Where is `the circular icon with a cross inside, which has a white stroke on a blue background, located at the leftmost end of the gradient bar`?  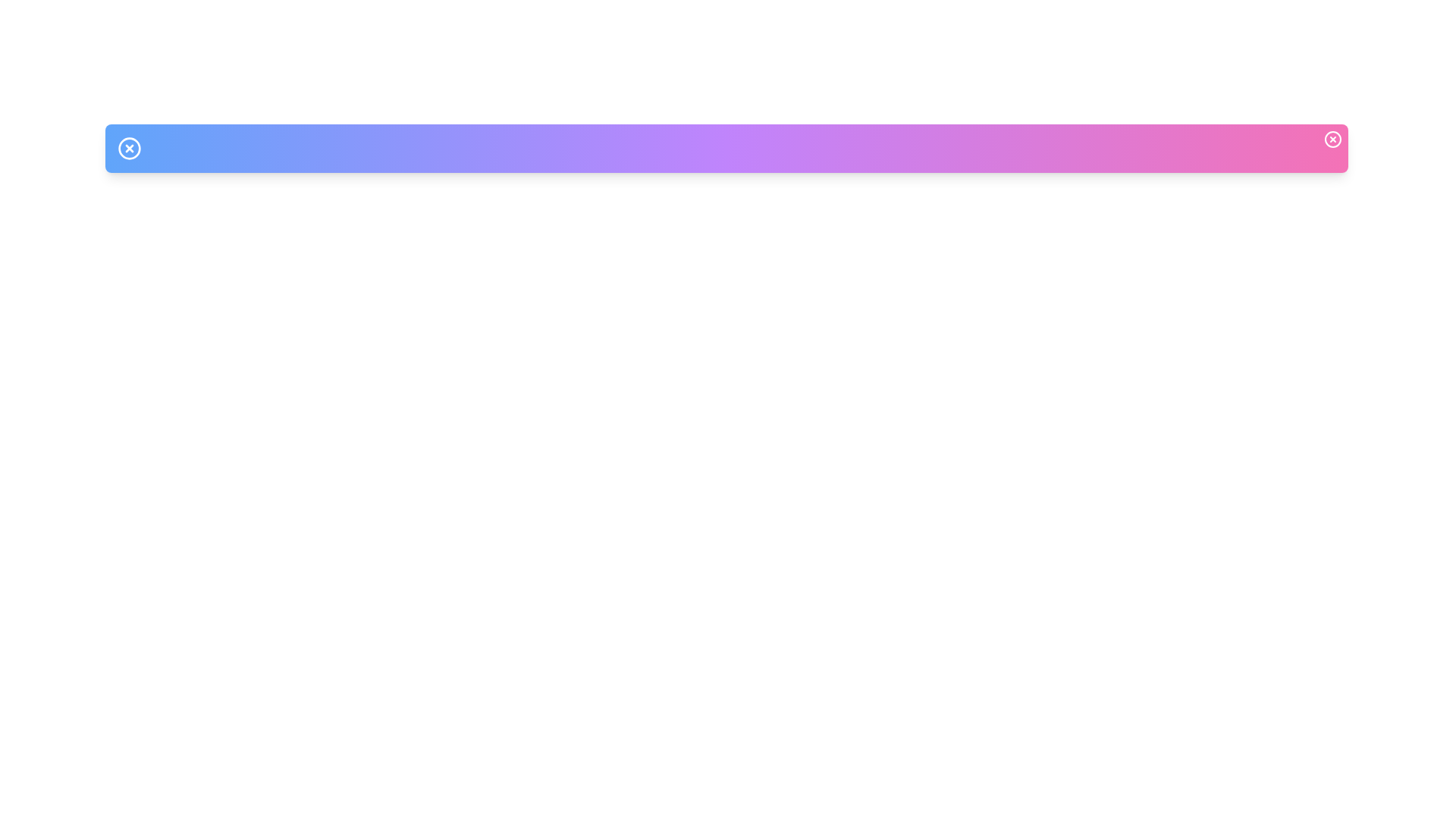 the circular icon with a cross inside, which has a white stroke on a blue background, located at the leftmost end of the gradient bar is located at coordinates (130, 149).